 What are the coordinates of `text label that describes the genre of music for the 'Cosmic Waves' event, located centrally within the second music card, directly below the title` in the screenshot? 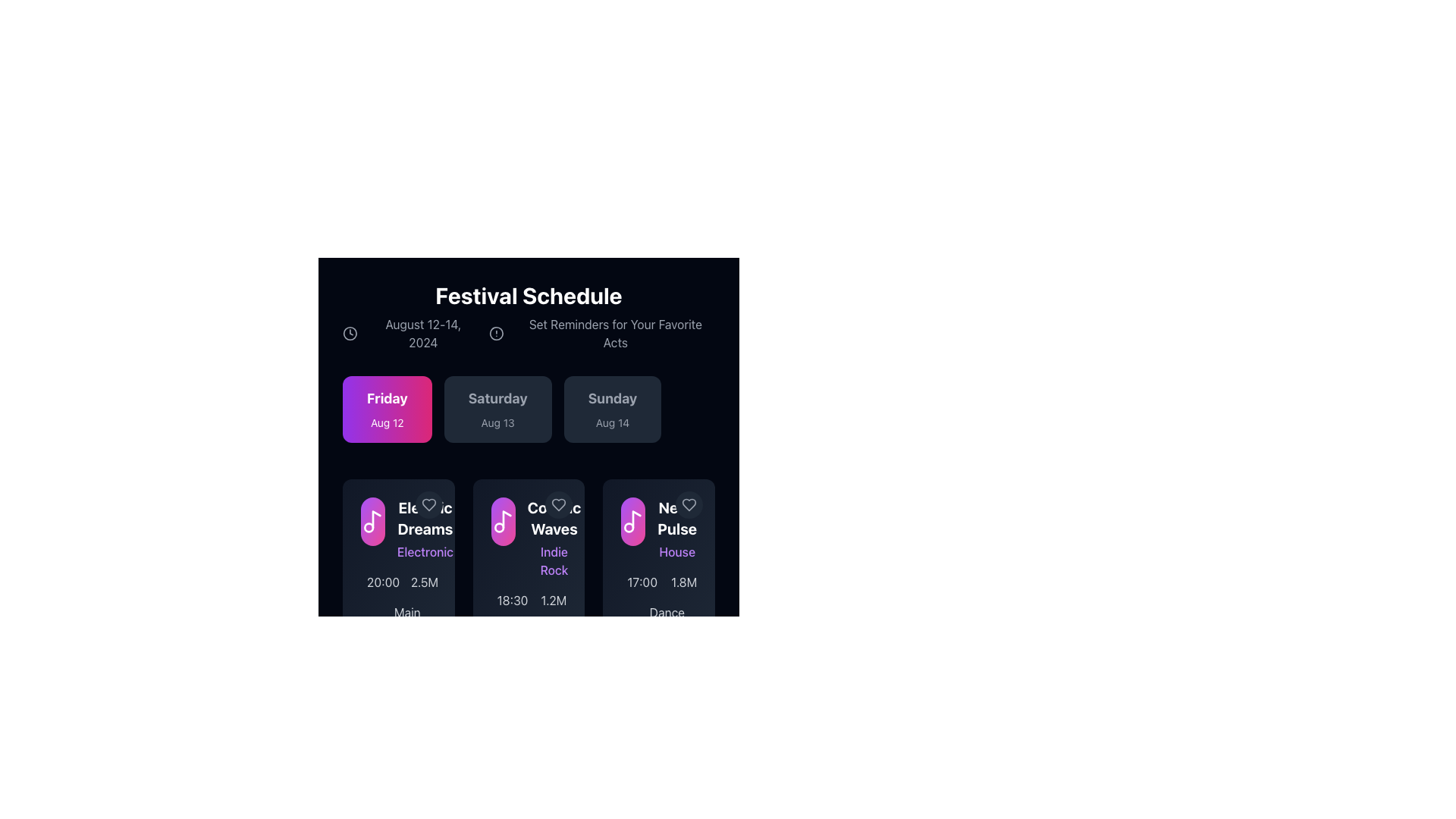 It's located at (553, 561).